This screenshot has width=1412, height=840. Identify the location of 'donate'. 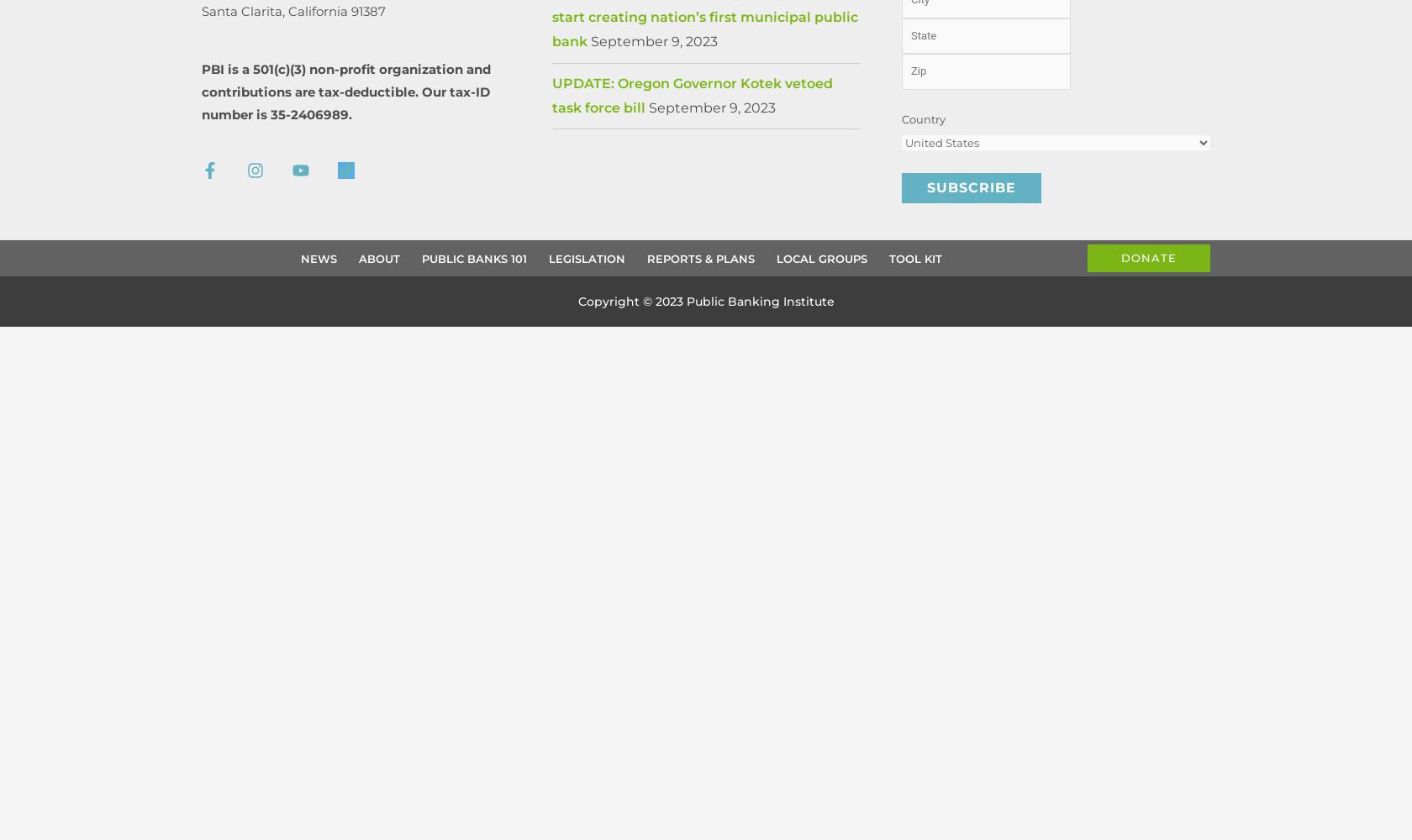
(1149, 258).